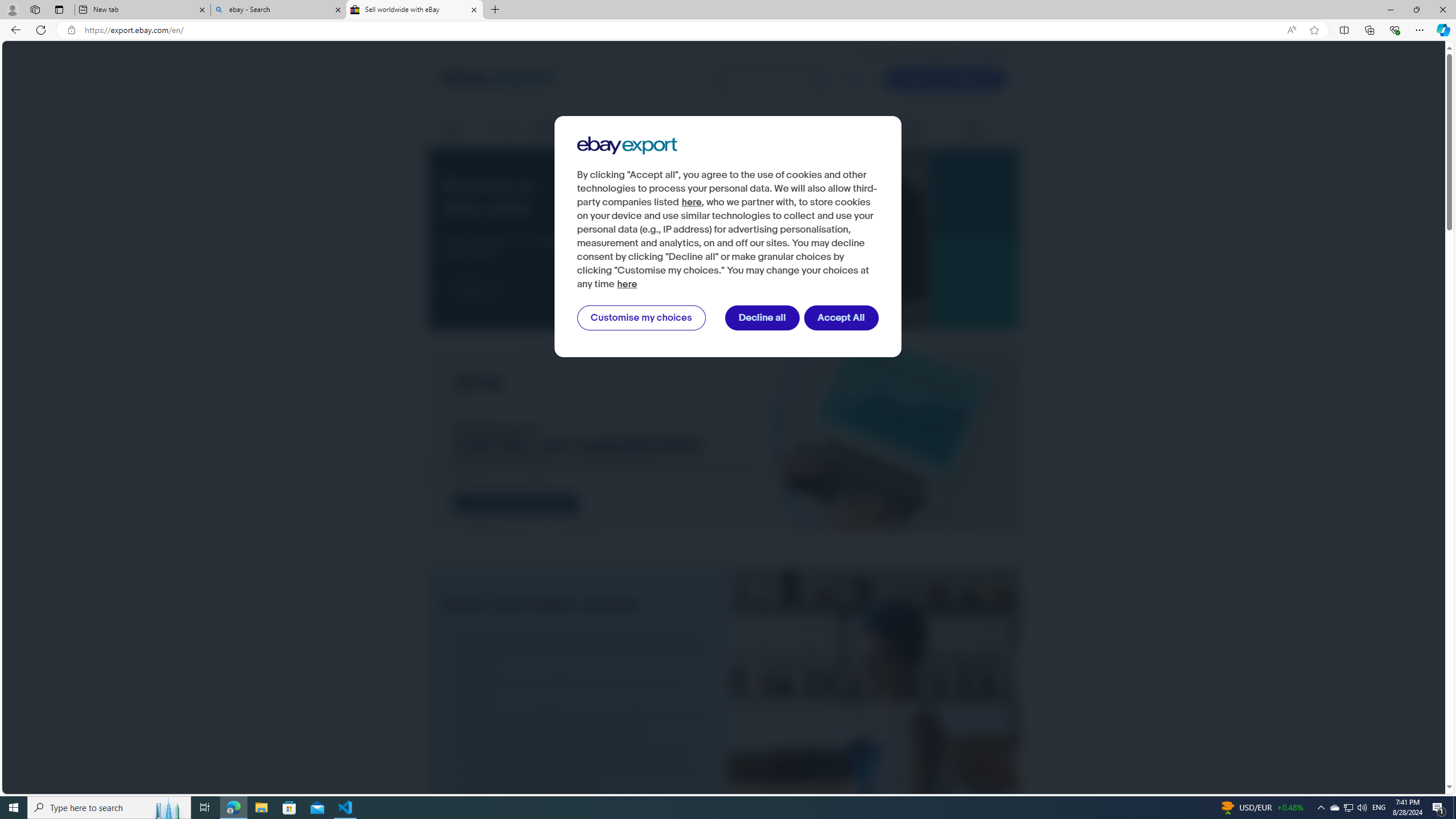 The image size is (1456, 819). I want to click on 'Sell worldwide with eBay', so click(415, 9).